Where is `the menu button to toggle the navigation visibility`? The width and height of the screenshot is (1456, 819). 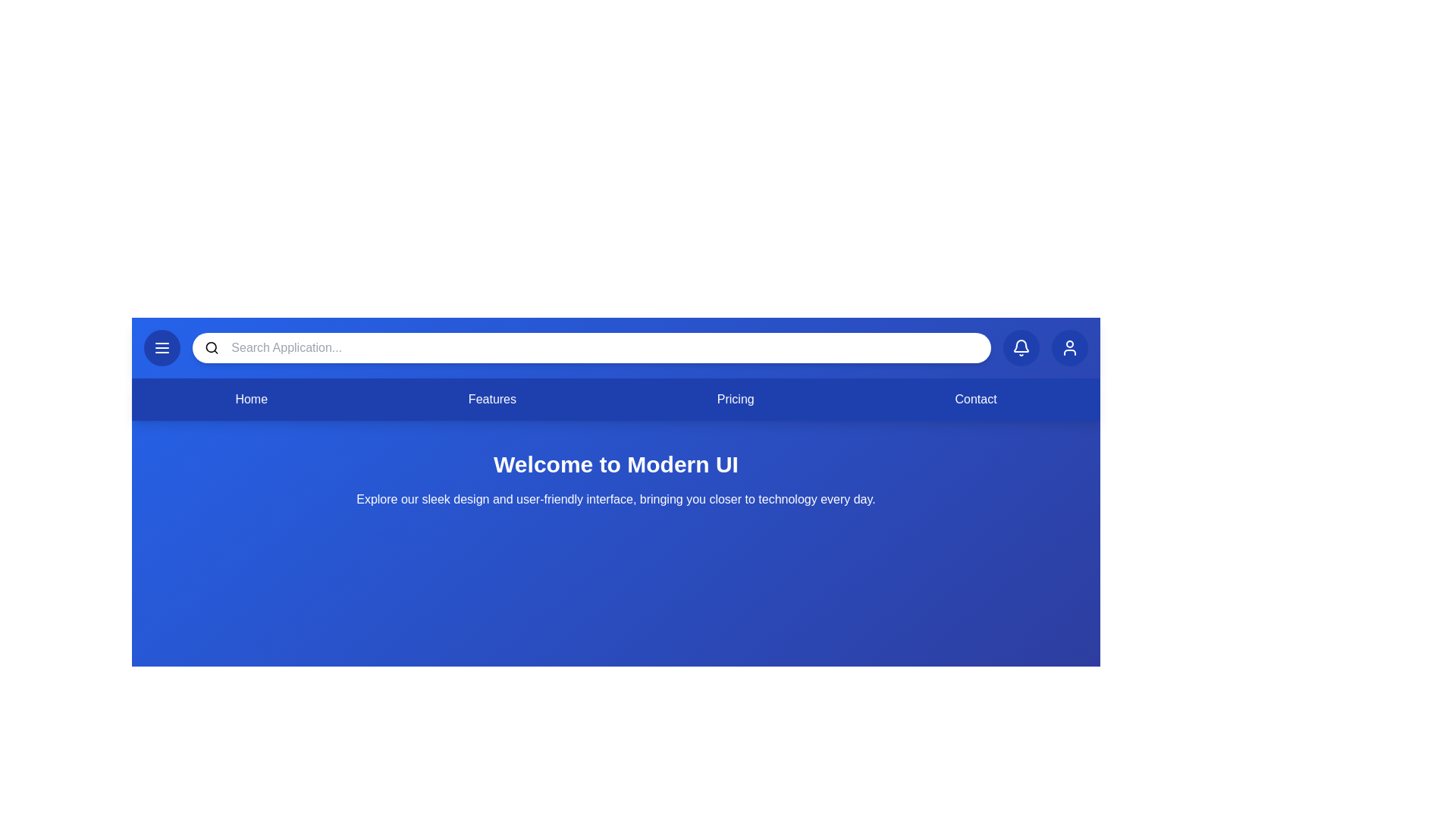
the menu button to toggle the navigation visibility is located at coordinates (162, 348).